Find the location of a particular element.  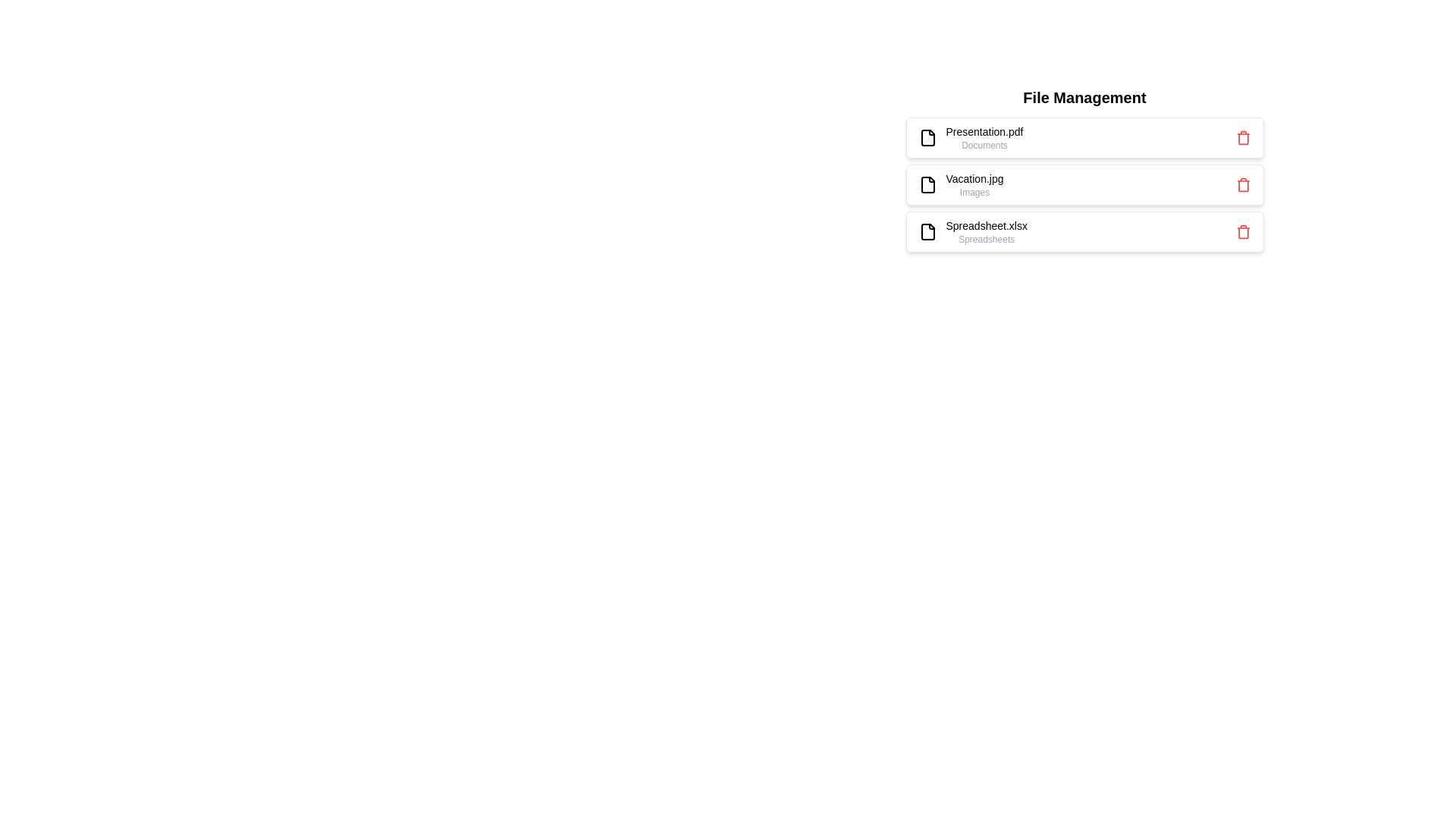

delete button for the file named Presentation.pdf is located at coordinates (1243, 137).